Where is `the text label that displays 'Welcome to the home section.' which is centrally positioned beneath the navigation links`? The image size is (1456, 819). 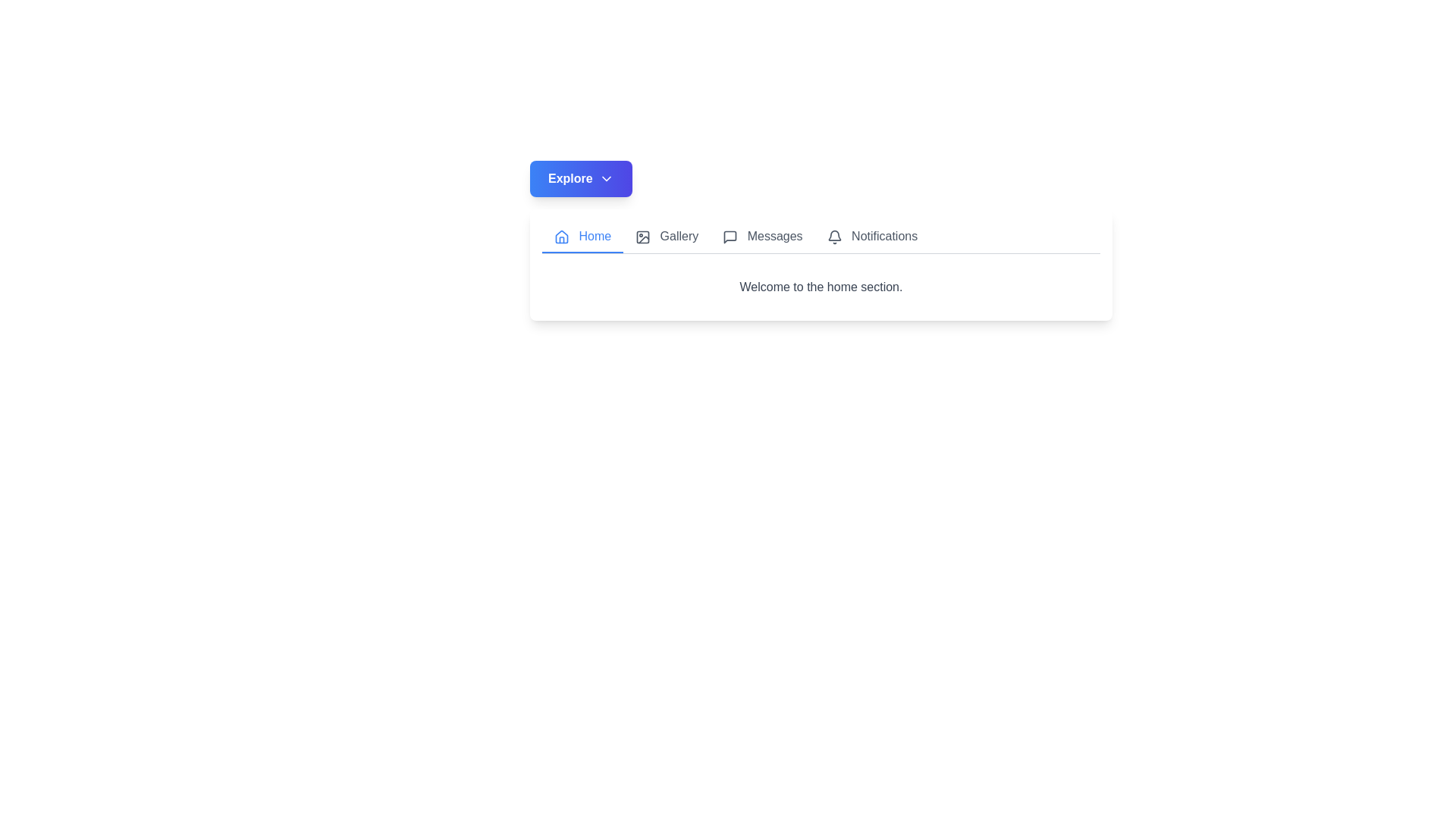 the text label that displays 'Welcome to the home section.' which is centrally positioned beneath the navigation links is located at coordinates (821, 287).